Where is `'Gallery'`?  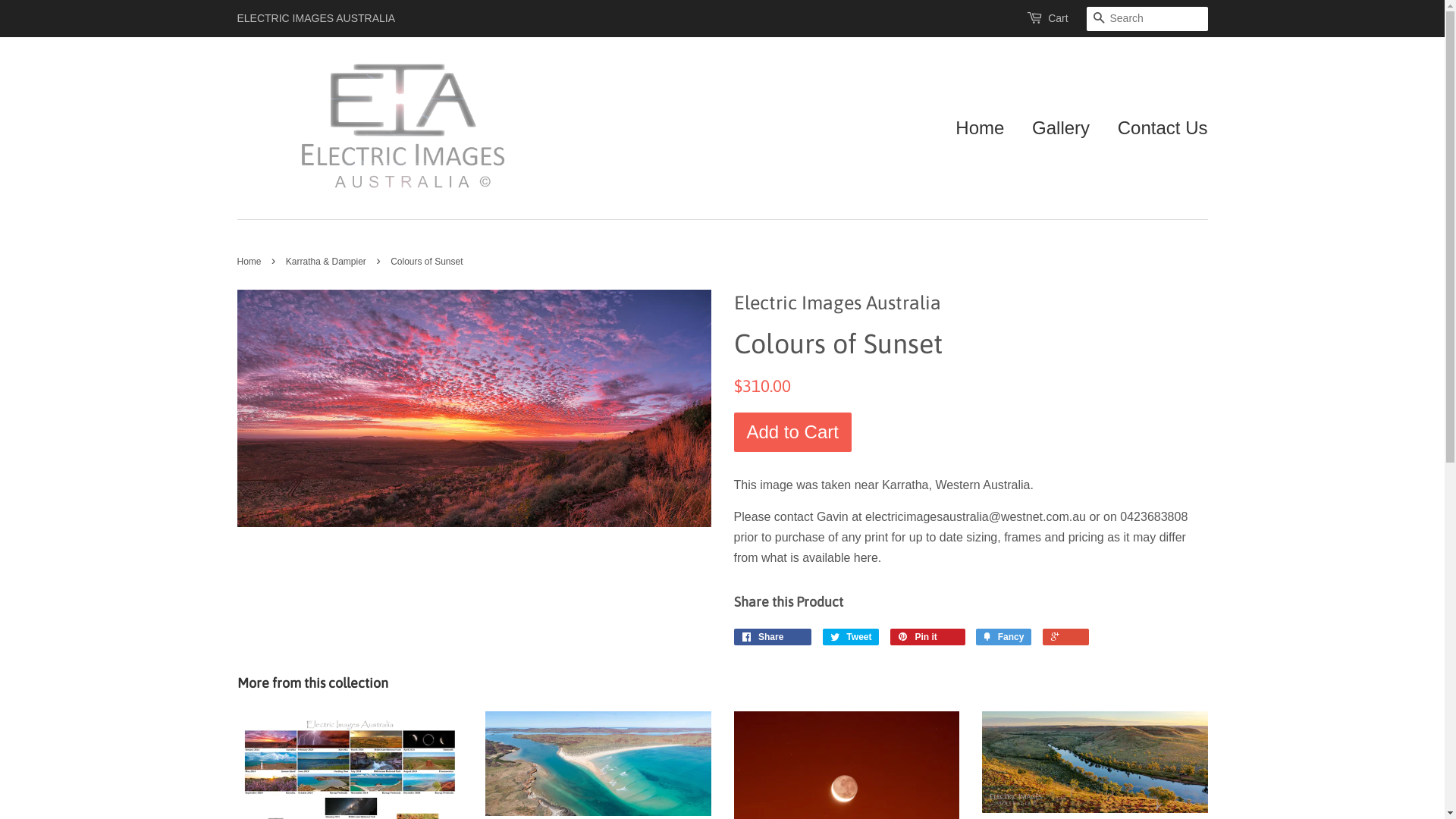 'Gallery' is located at coordinates (1059, 127).